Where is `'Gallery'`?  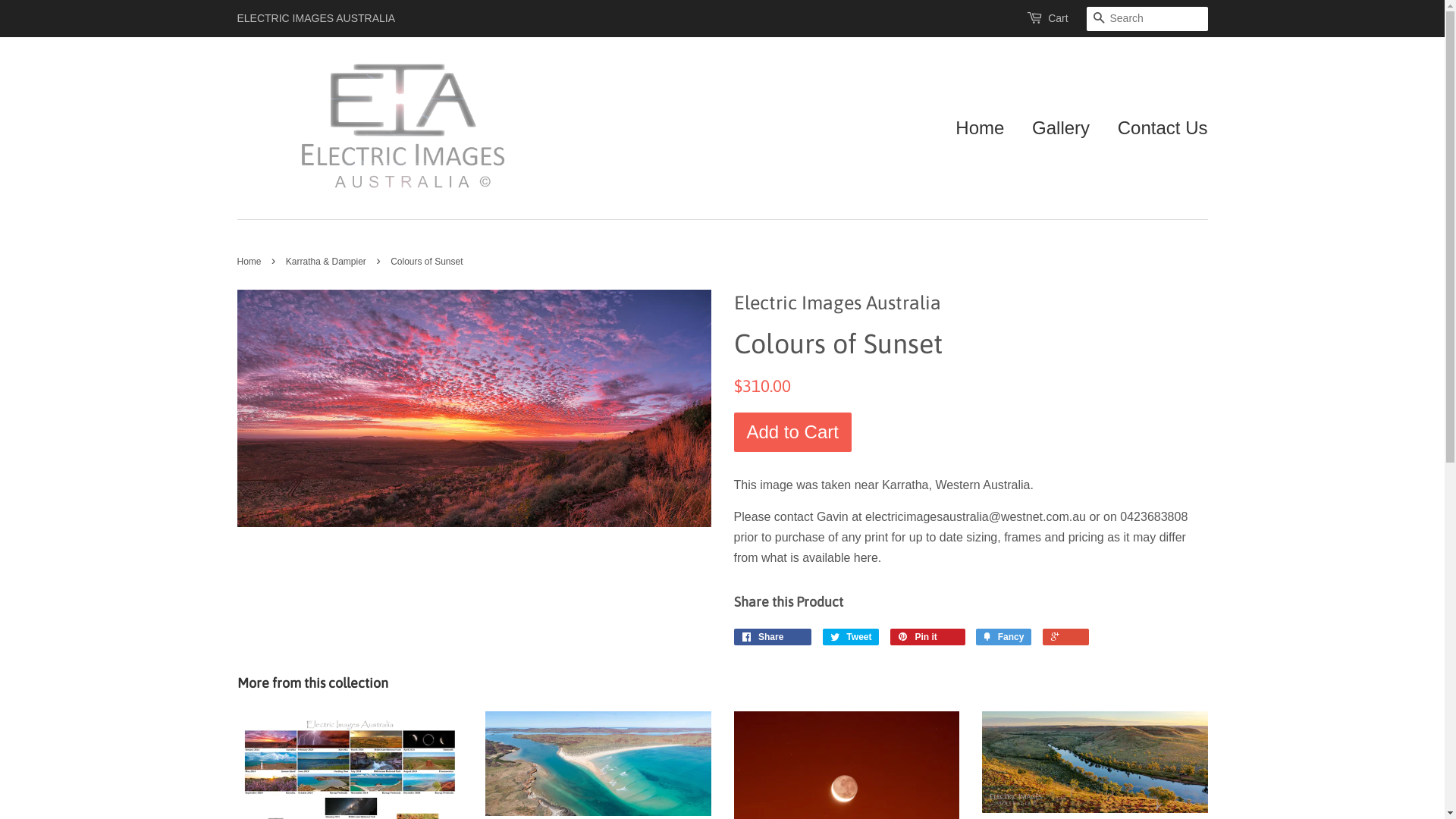 'Gallery' is located at coordinates (1059, 127).